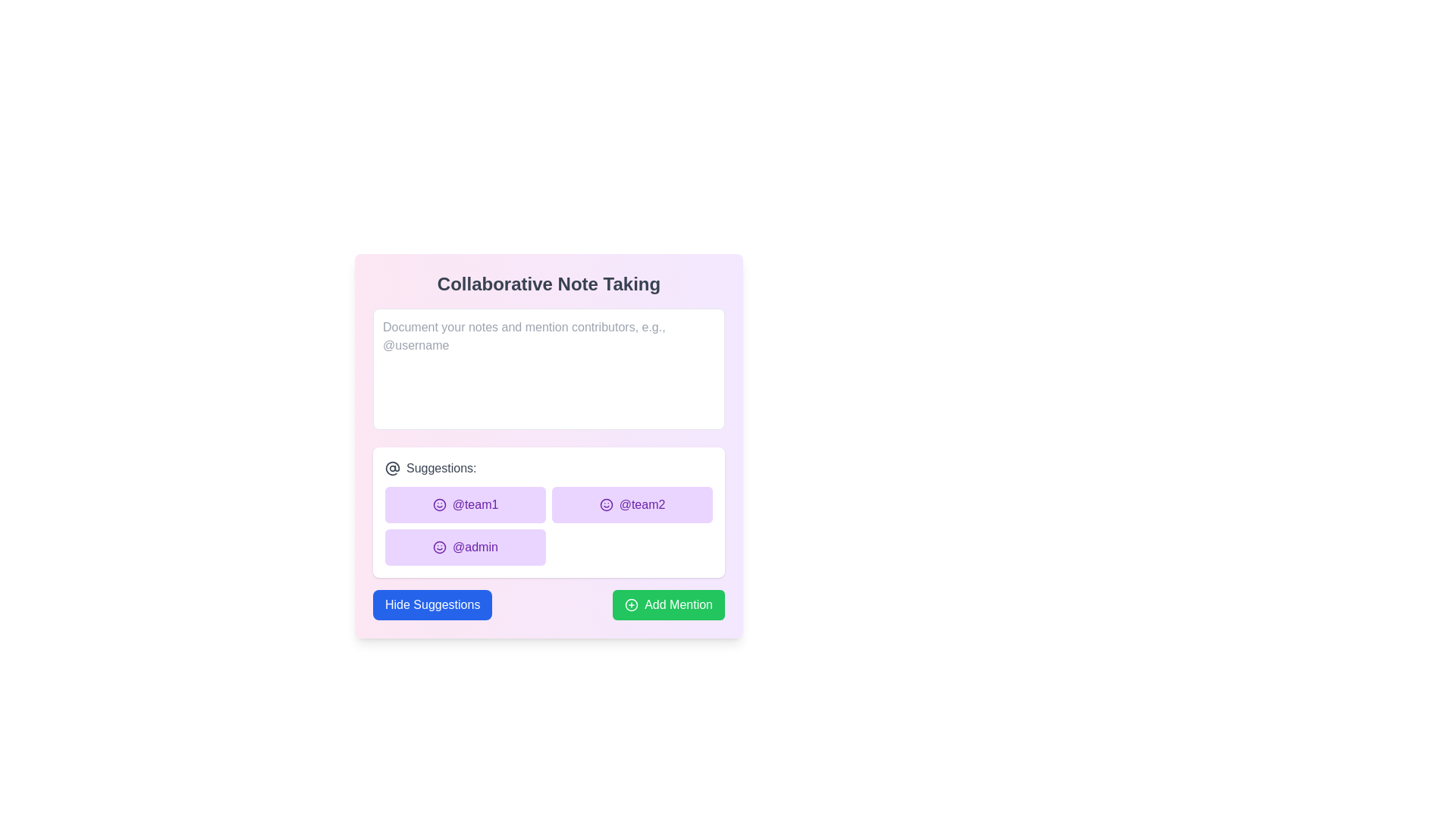 The image size is (1456, 819). Describe the element at coordinates (465, 547) in the screenshot. I see `the rounded rectangular button with light purple background and dark purple text that displays '@admin'` at that location.